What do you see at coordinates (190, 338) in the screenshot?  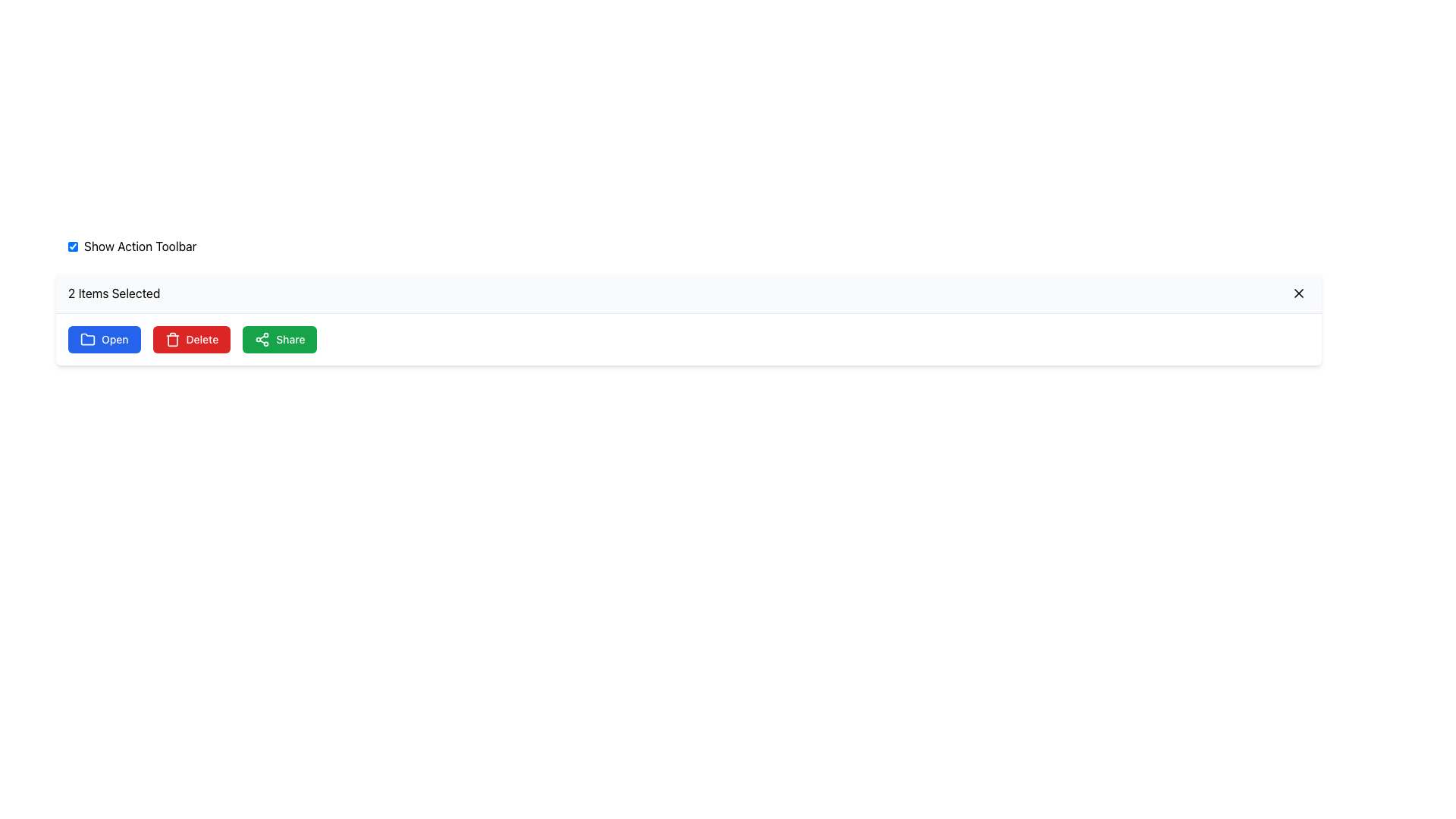 I see `the 'Delete' button, which is a rectangular button with a red background, white text, and a trash can icon, located between the 'Open' and 'Share' buttons` at bounding box center [190, 338].